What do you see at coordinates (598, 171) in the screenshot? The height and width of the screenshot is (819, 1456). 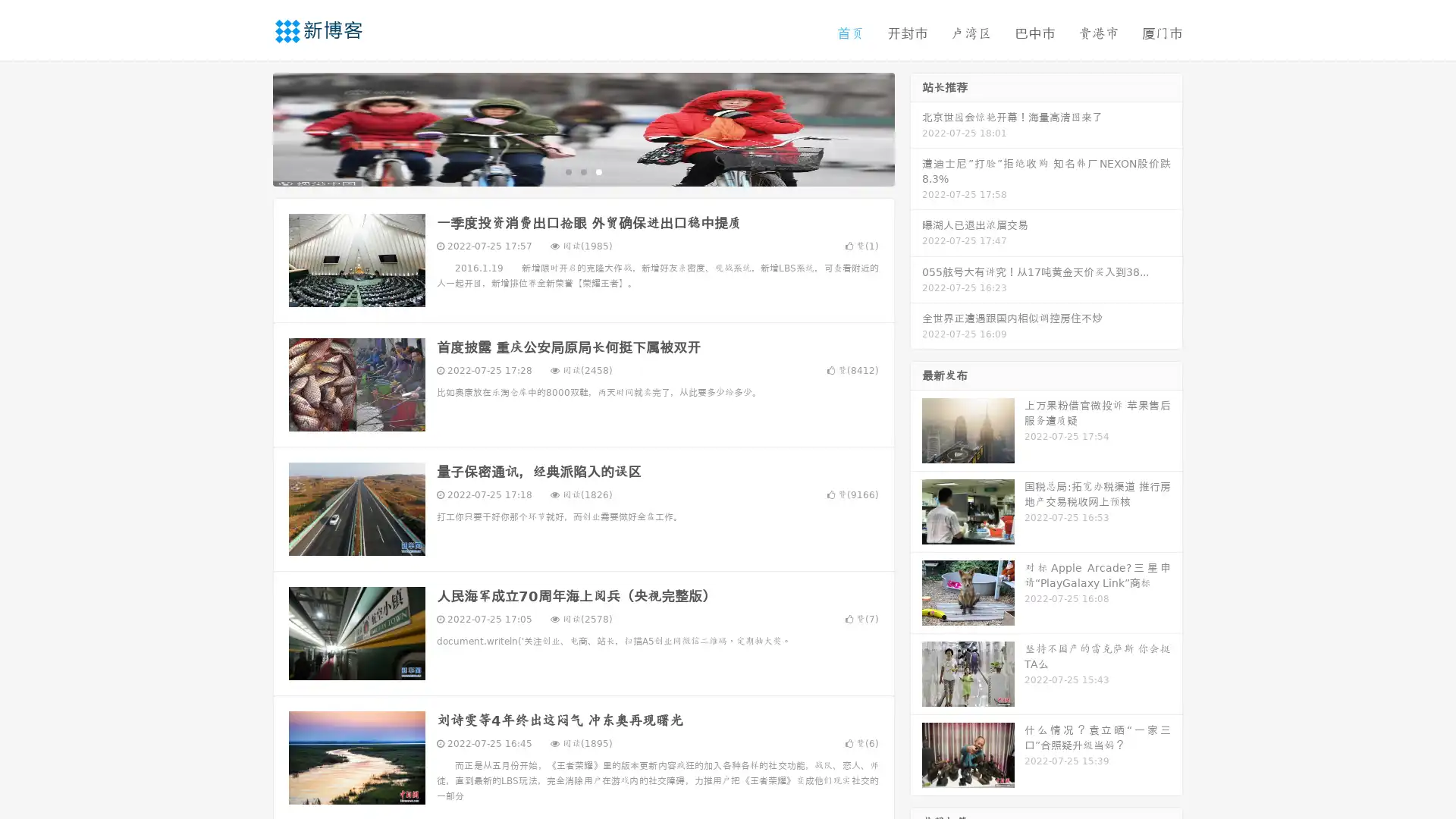 I see `Go to slide 3` at bounding box center [598, 171].